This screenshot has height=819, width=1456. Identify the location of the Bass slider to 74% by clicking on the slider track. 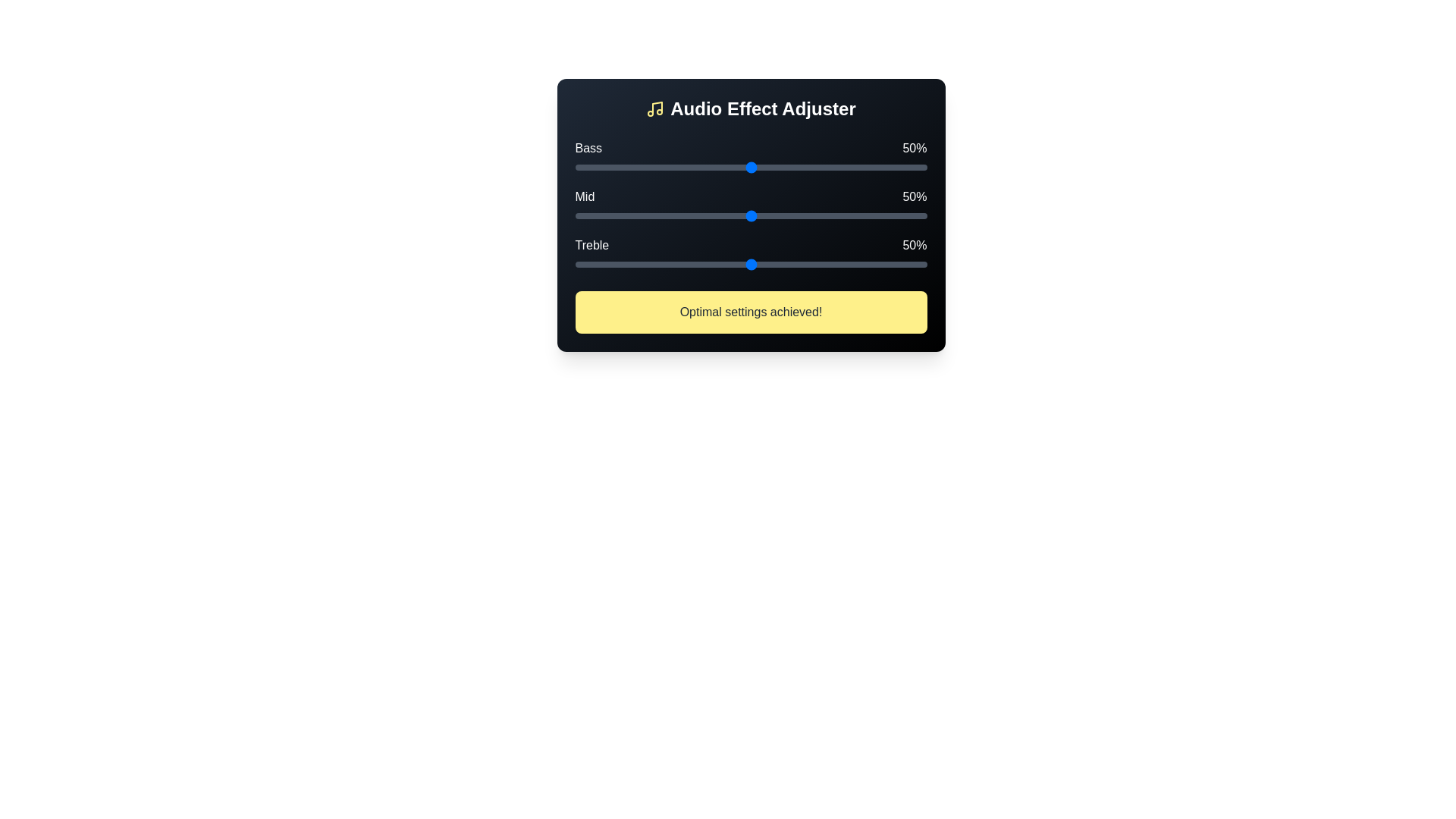
(834, 167).